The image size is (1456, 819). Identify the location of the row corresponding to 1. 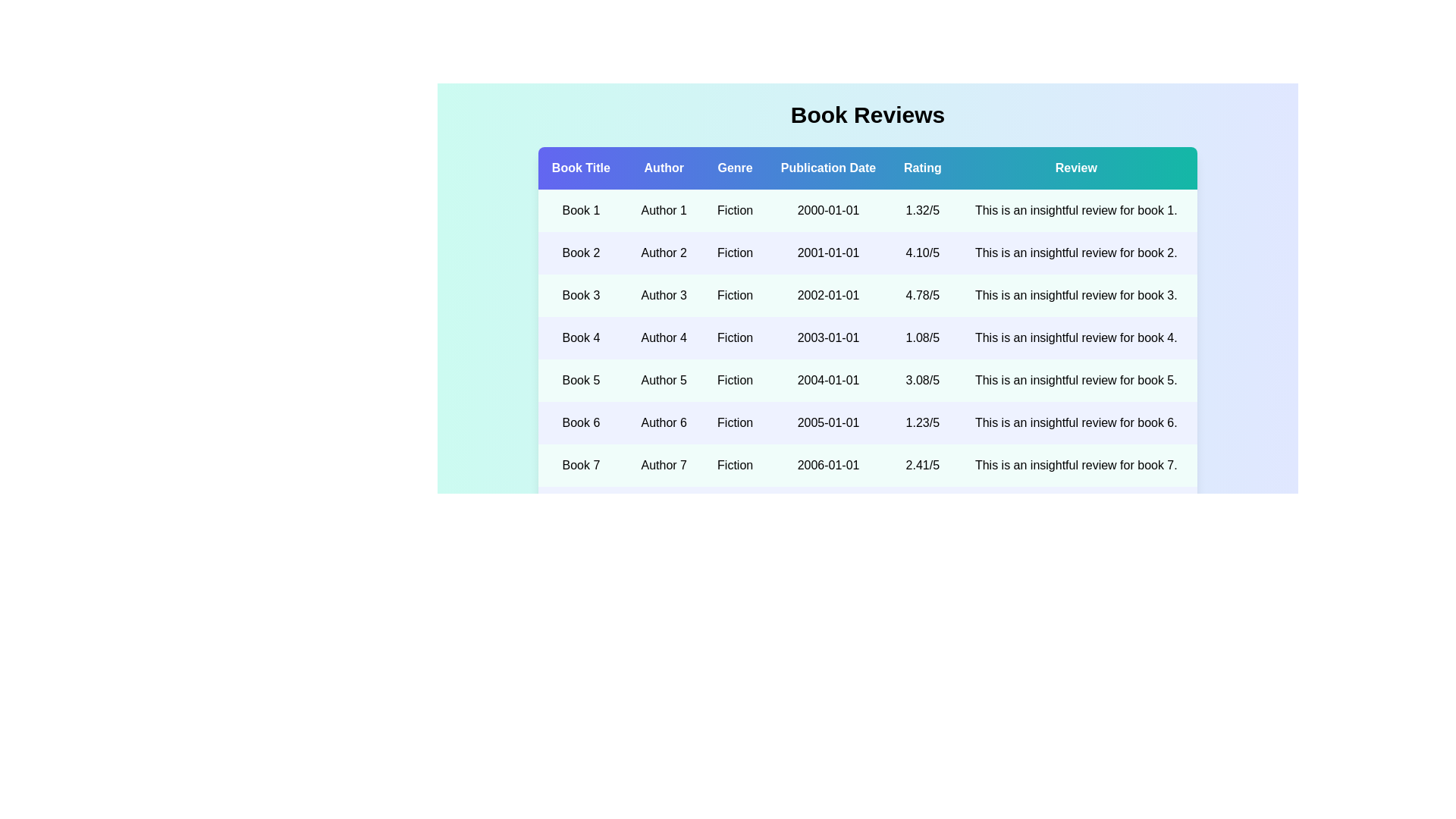
(868, 210).